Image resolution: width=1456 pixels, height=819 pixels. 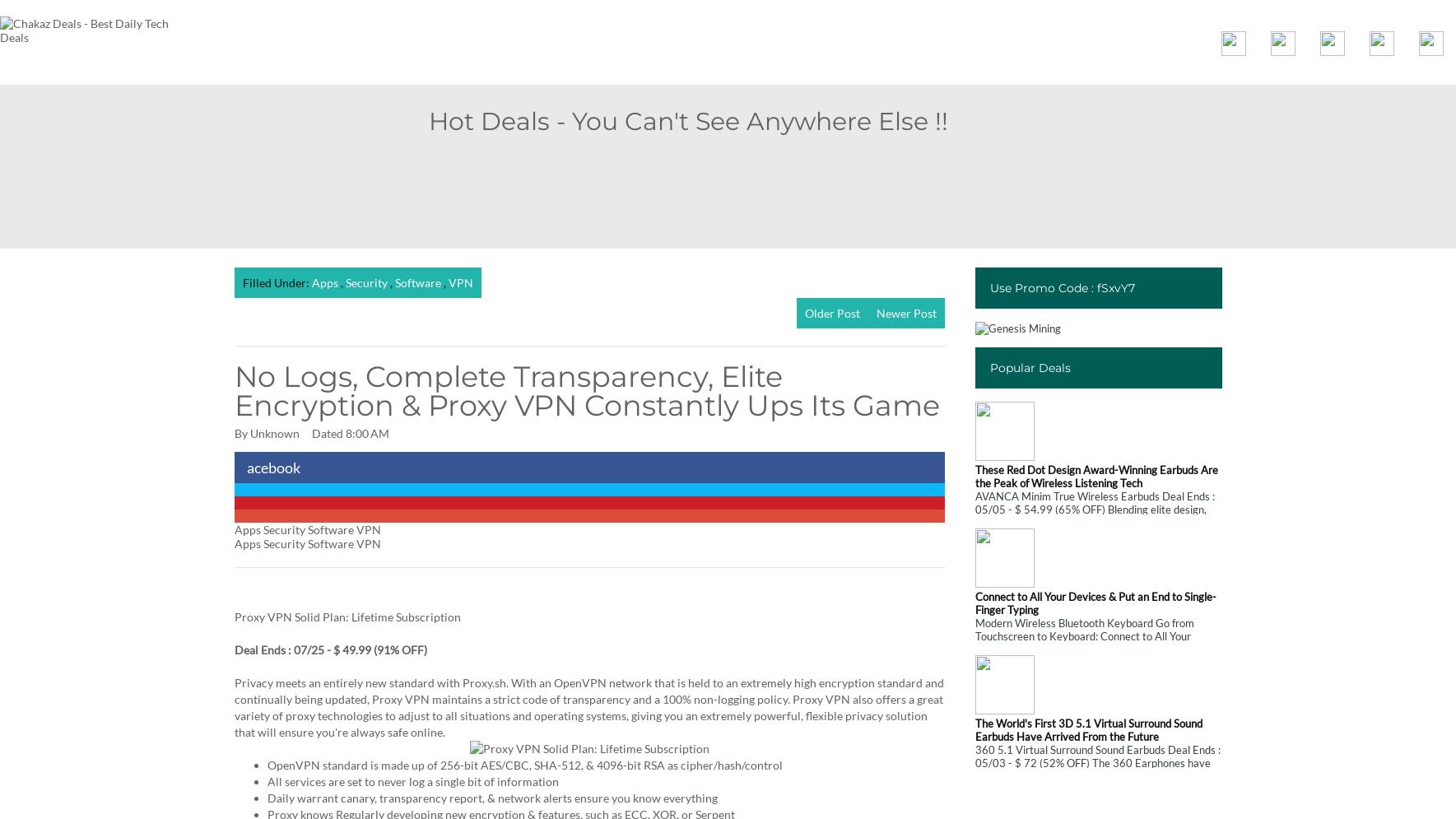 What do you see at coordinates (241, 432) in the screenshot?
I see `'By'` at bounding box center [241, 432].